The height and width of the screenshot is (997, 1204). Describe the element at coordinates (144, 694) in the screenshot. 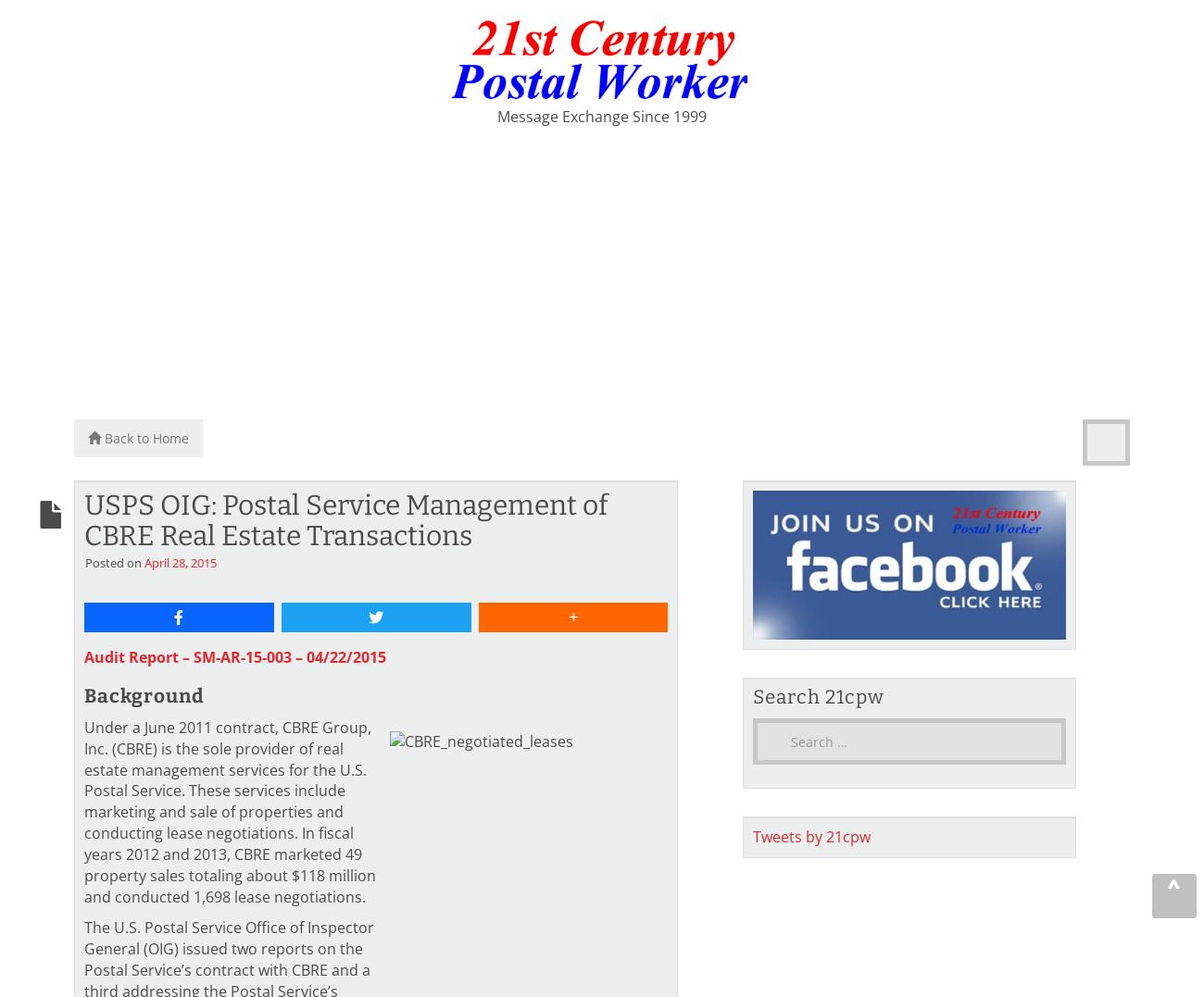

I see `'Background'` at that location.